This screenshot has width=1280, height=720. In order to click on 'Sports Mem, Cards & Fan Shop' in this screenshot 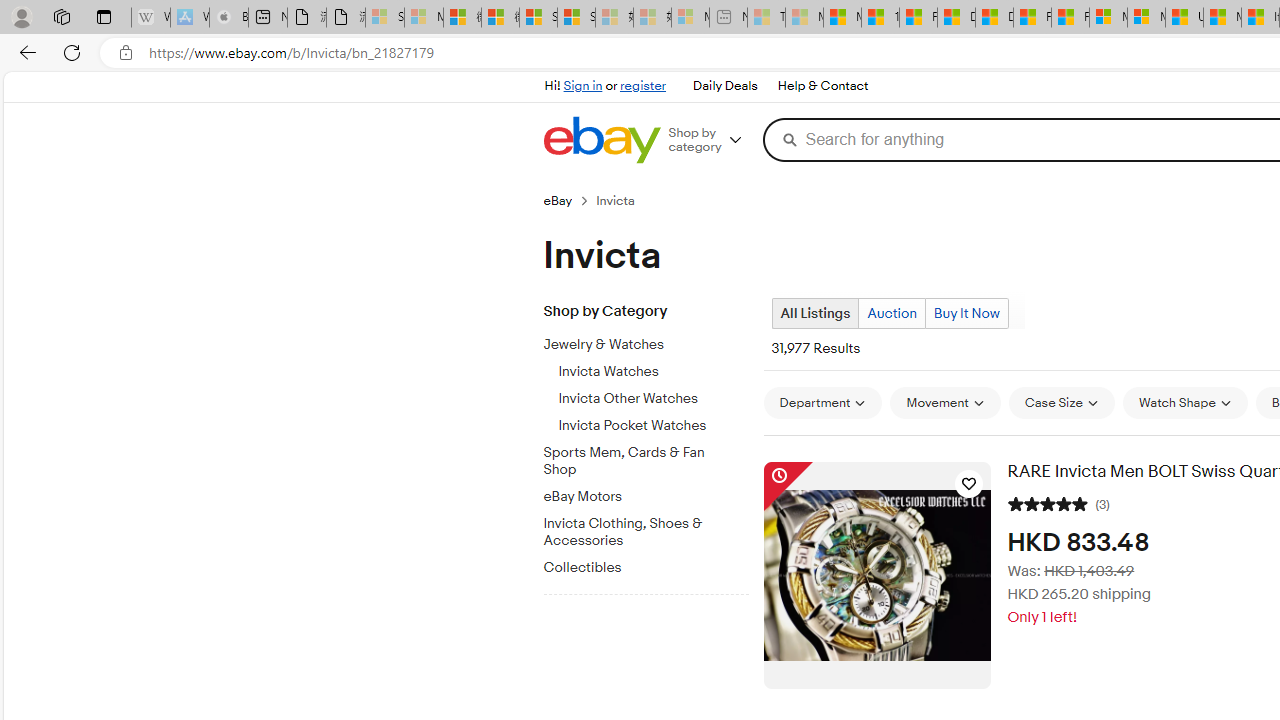, I will do `click(637, 462)`.